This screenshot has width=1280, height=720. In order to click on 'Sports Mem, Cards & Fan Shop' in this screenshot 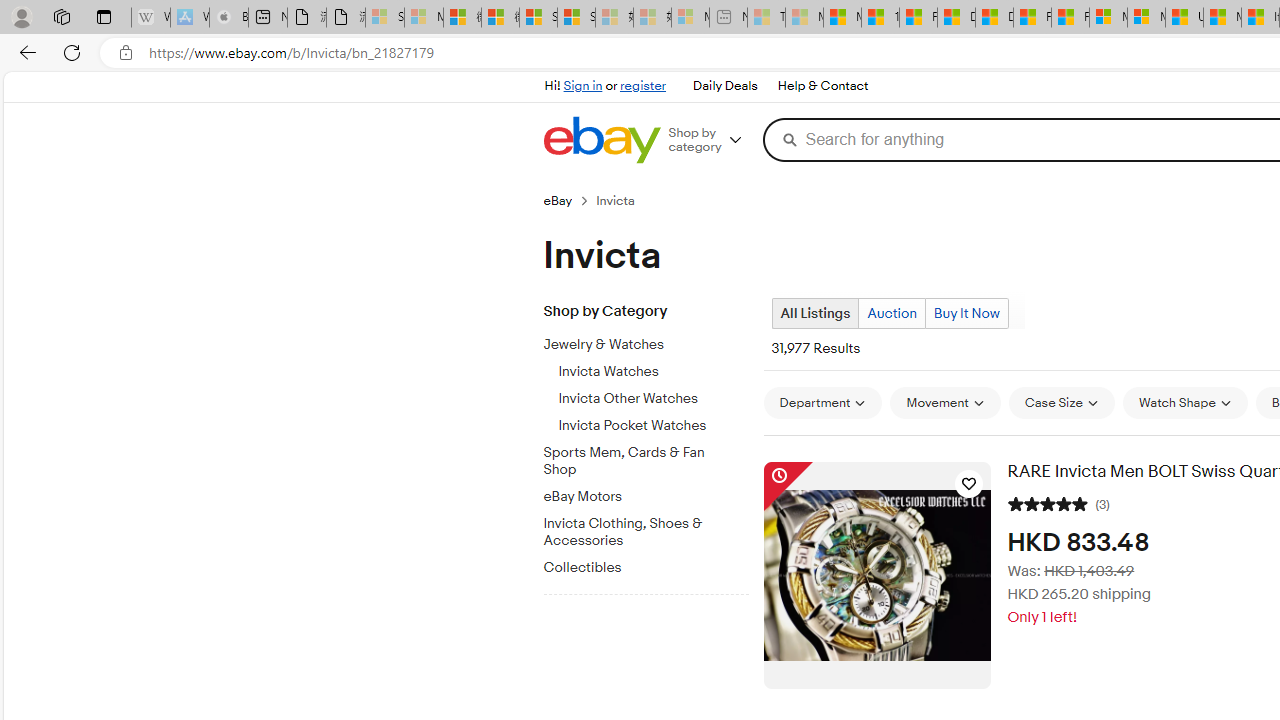, I will do `click(637, 462)`.